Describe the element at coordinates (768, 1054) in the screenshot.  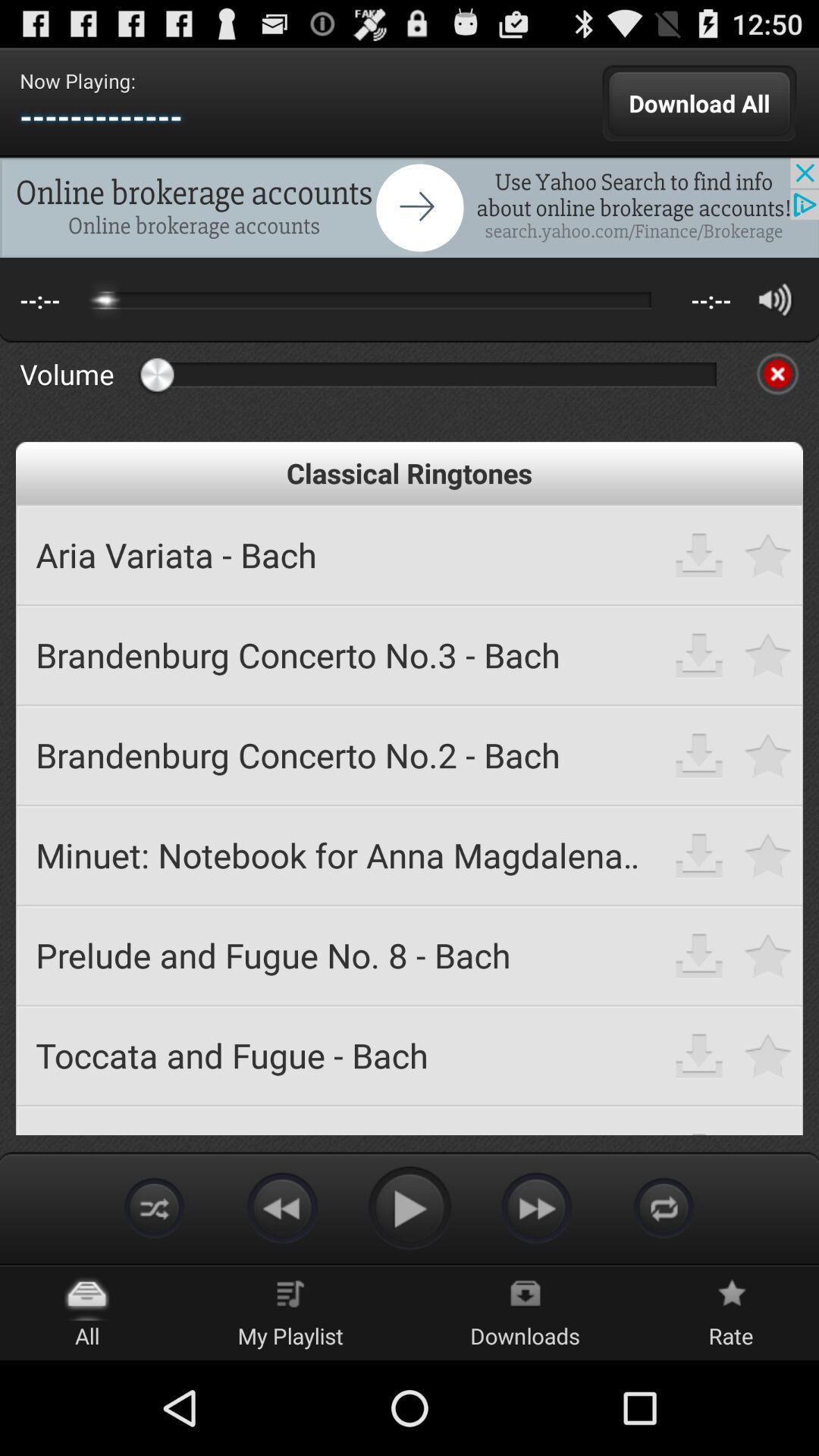
I see `option to favorite ringtone` at that location.